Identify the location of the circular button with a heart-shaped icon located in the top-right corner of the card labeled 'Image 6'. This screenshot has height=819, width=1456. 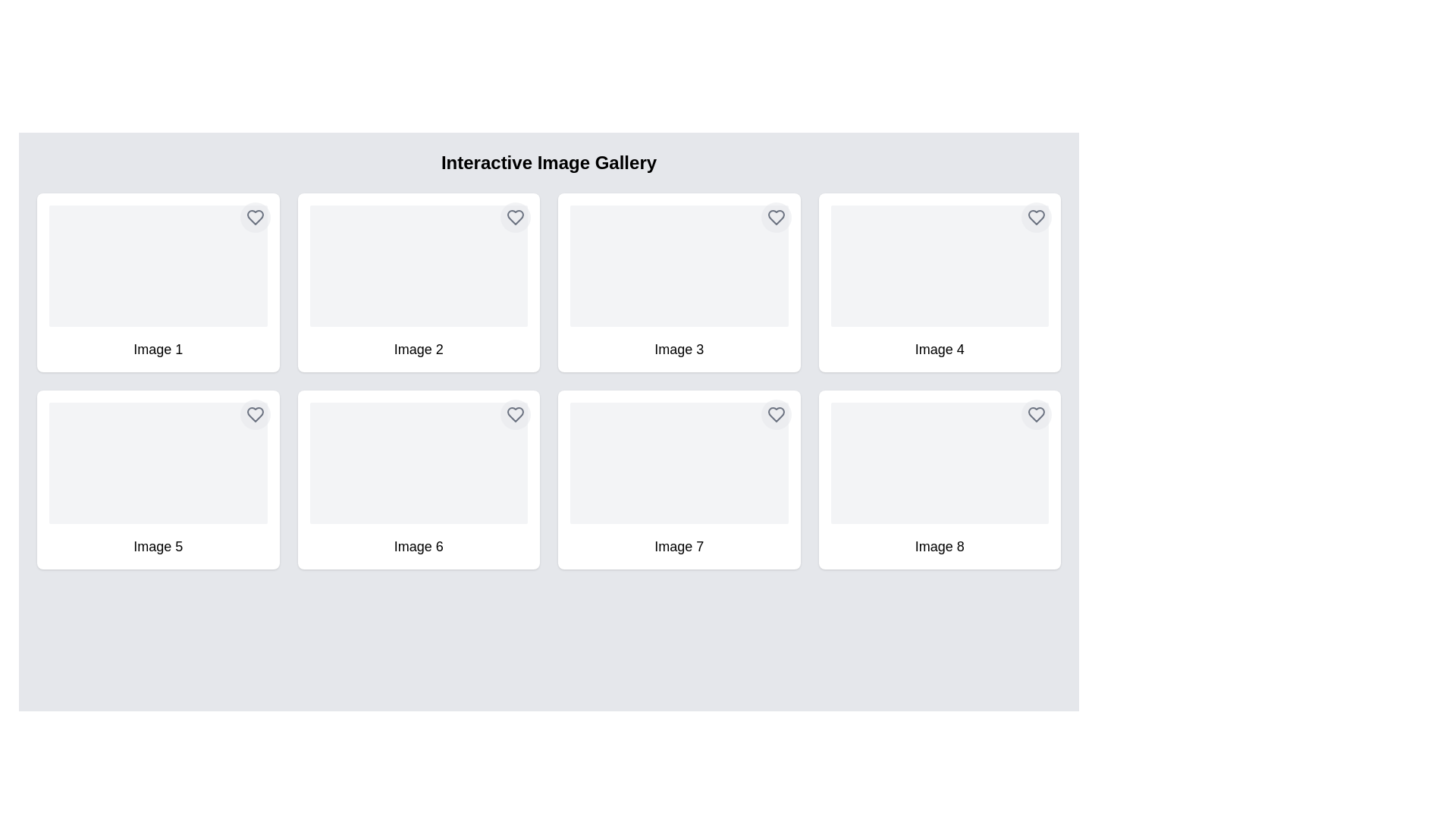
(516, 415).